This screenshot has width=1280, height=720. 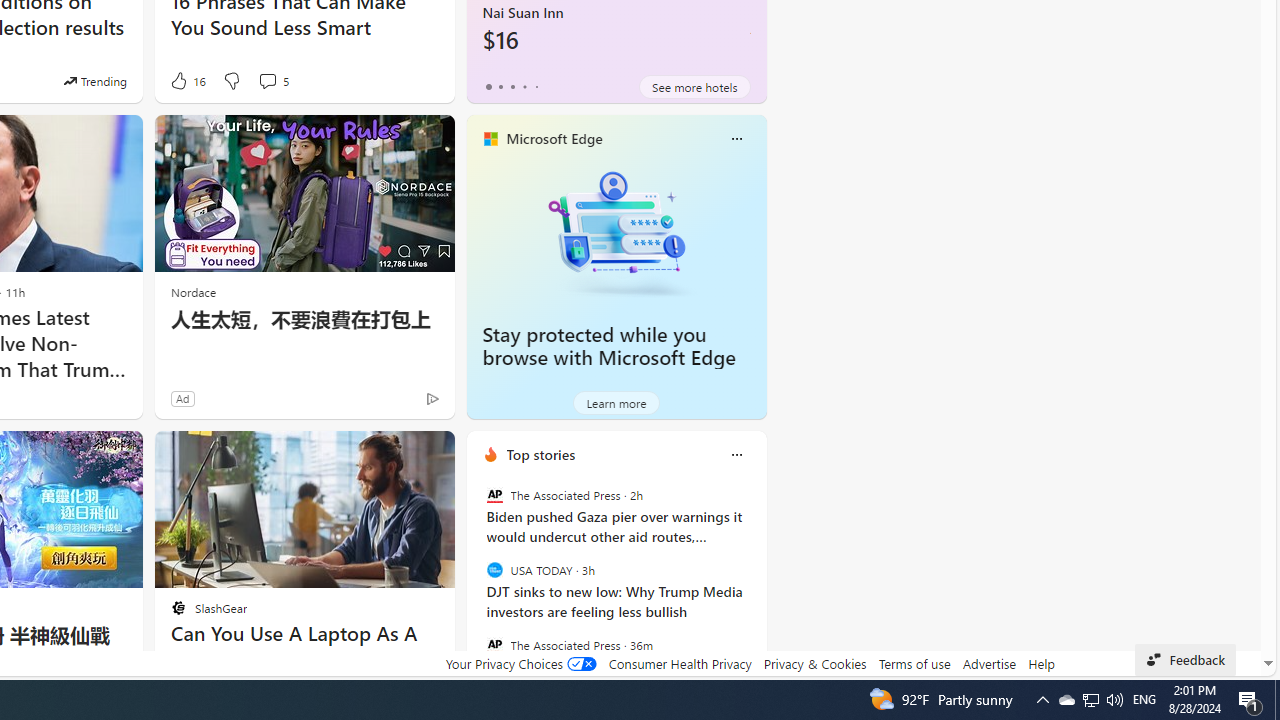 I want to click on 'Class: icon-img', so click(x=735, y=455).